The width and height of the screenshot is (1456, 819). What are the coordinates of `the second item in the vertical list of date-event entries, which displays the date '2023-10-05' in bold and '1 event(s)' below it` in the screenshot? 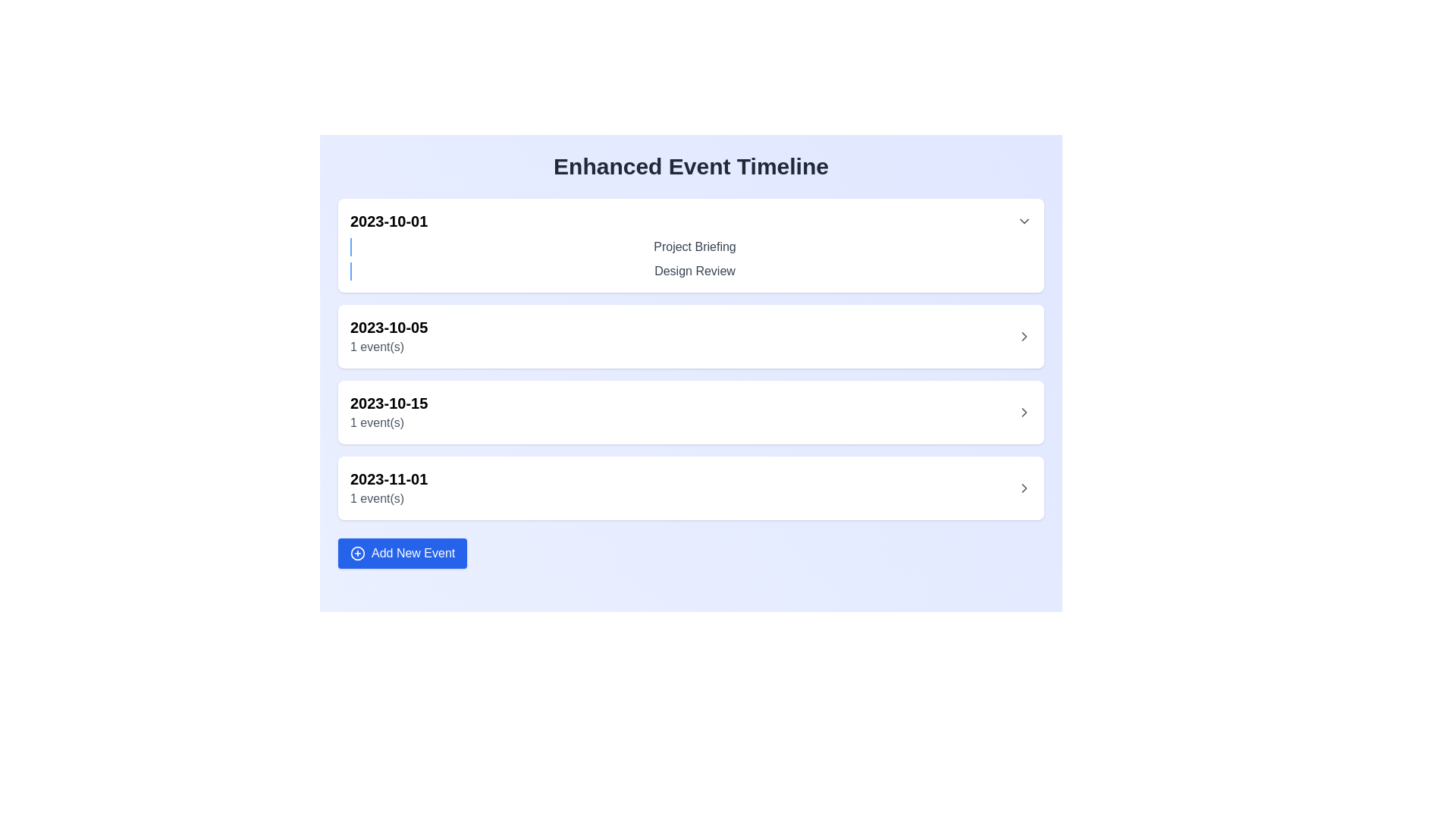 It's located at (690, 335).